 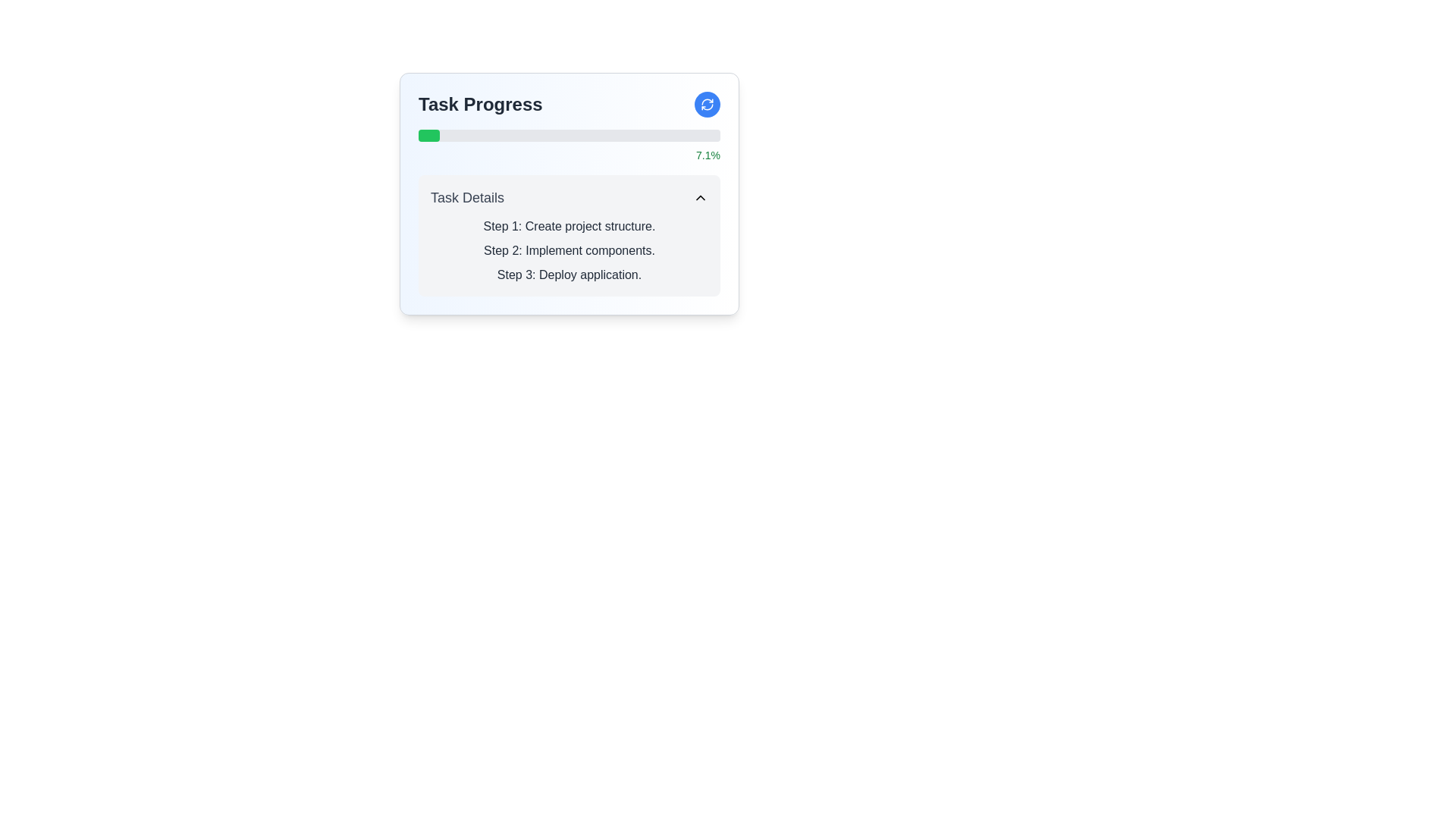 I want to click on the informational text block that lists steps in the process, positioned centrally below the 'Task Details' title, so click(x=568, y=250).